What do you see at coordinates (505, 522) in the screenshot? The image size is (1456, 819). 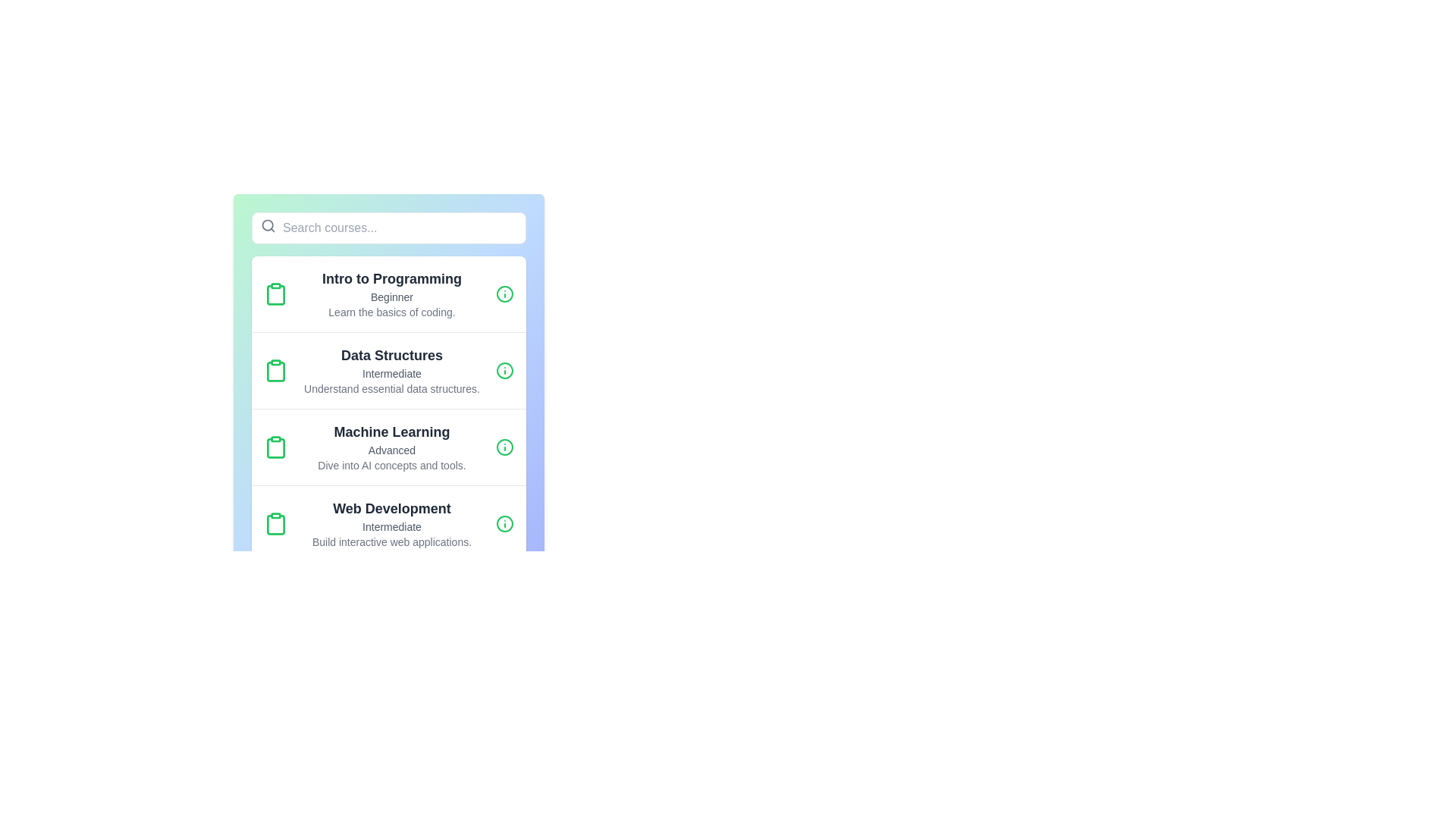 I see `circular vector graphic with a green border that is part of the information icon located to the right of the 'Web Development' list item` at bounding box center [505, 522].